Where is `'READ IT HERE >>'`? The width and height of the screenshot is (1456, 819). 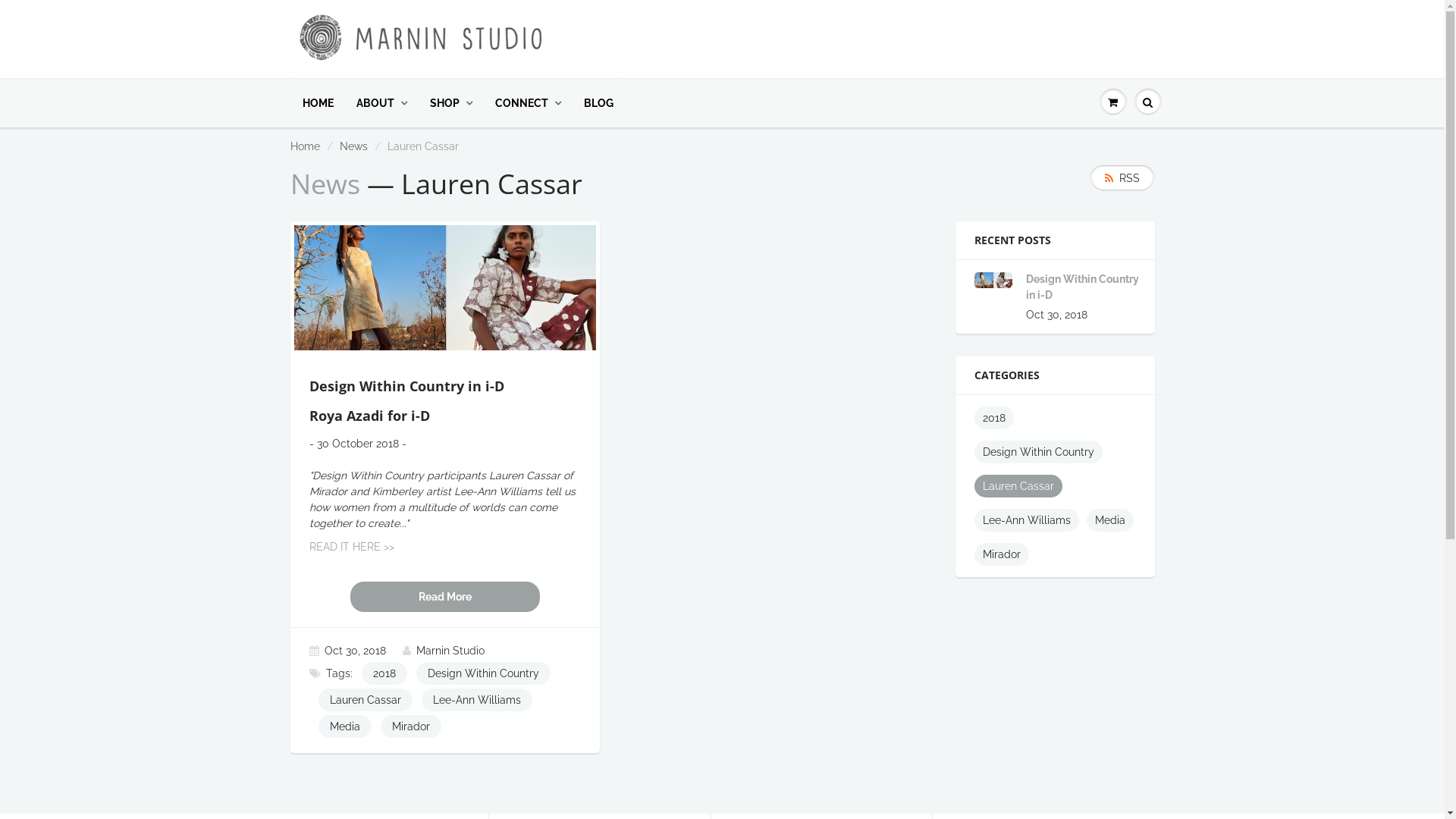 'READ IT HERE >>' is located at coordinates (351, 547).